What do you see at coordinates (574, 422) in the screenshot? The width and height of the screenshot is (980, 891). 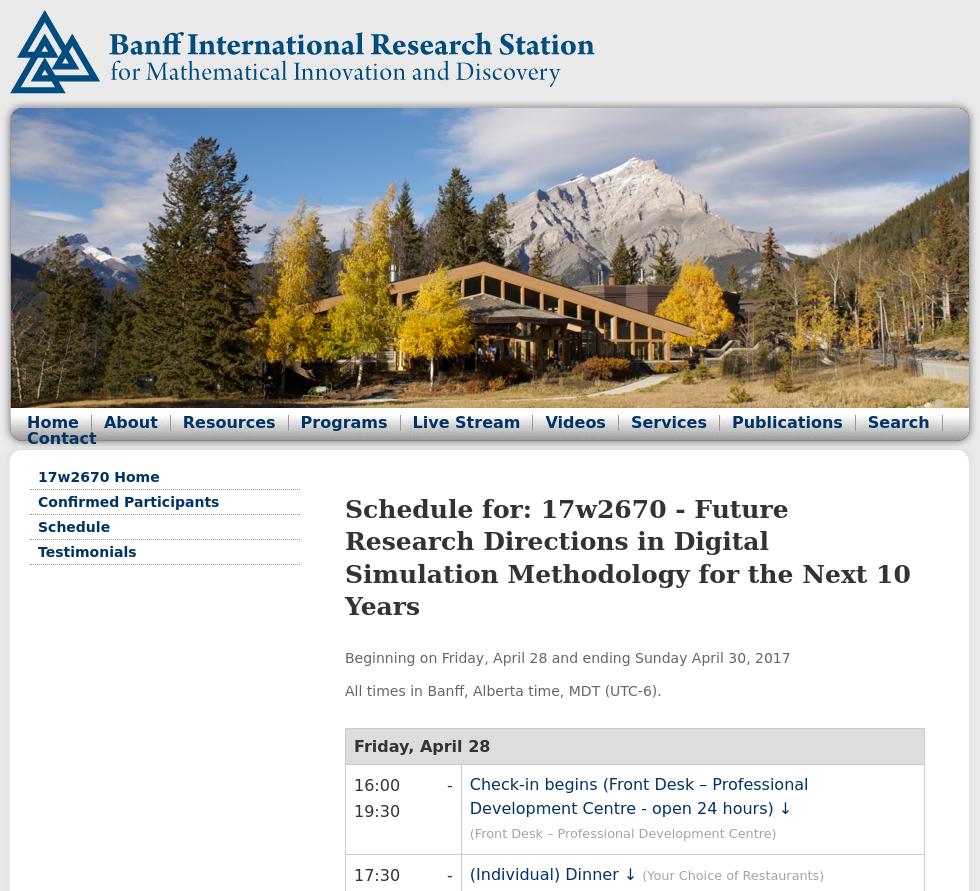 I see `'Videos'` at bounding box center [574, 422].